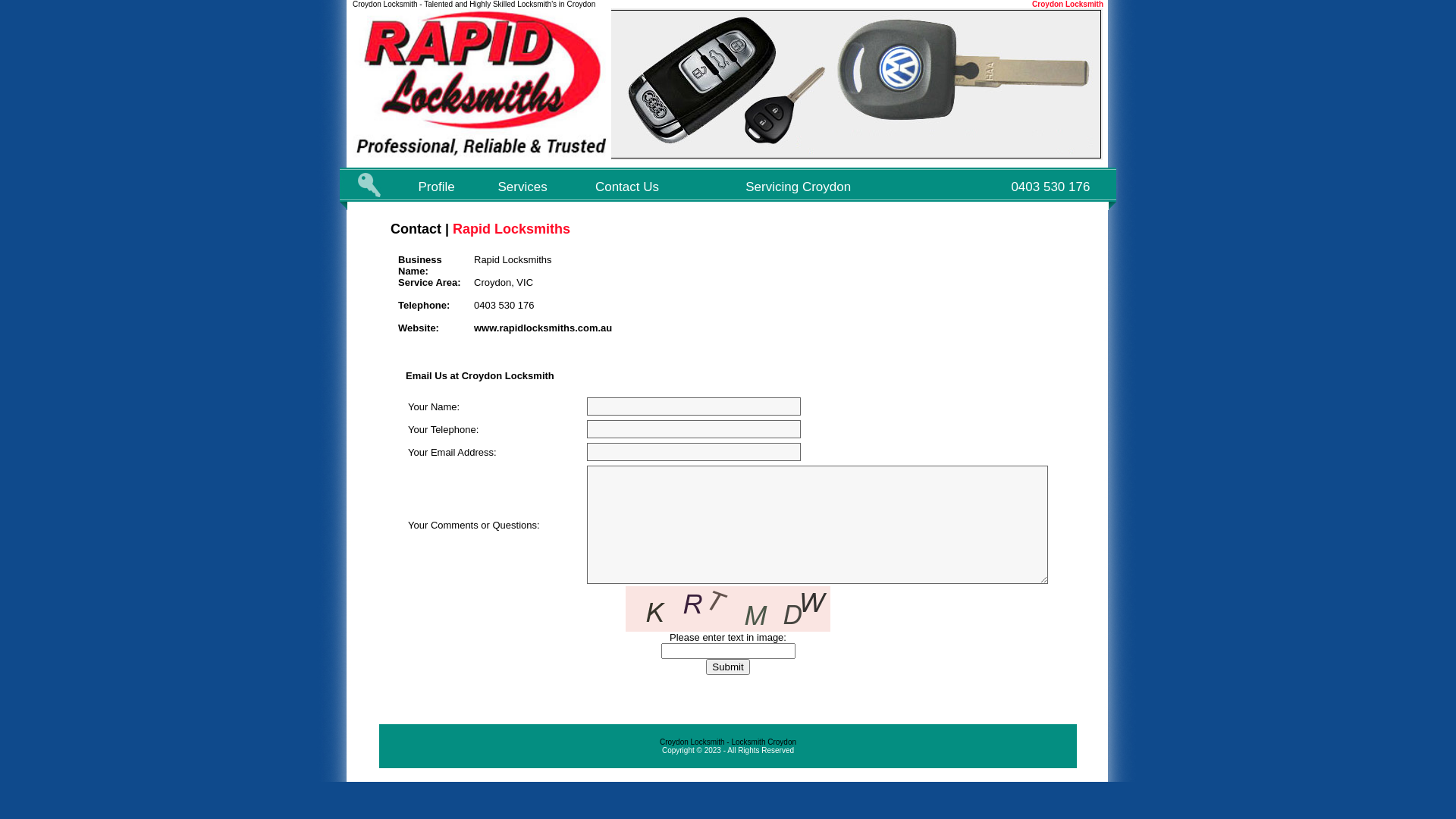 This screenshot has width=1456, height=819. I want to click on 'www.rapidlocksmiths.com.au', so click(542, 326).